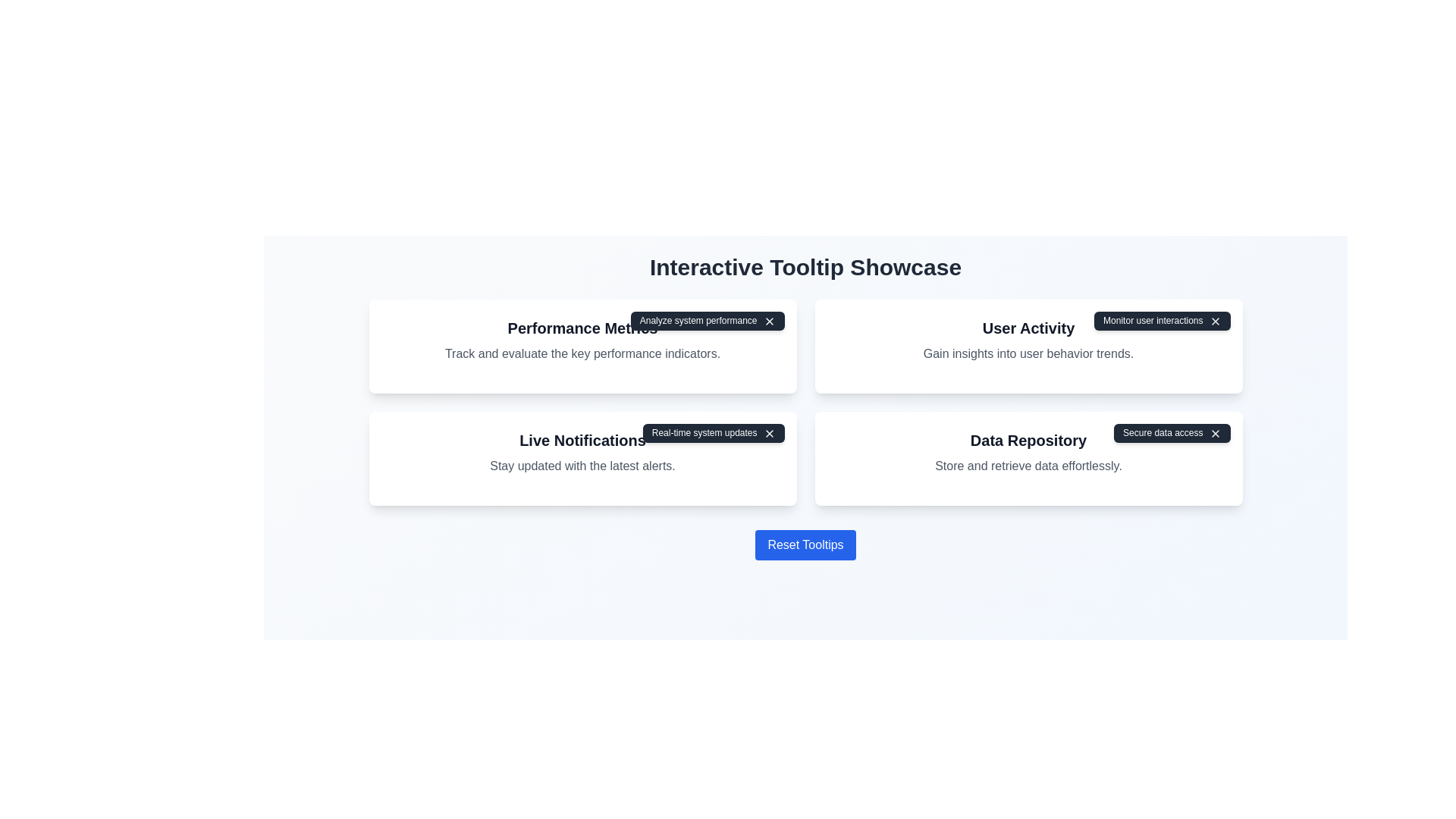 This screenshot has width=1456, height=819. What do you see at coordinates (1215, 320) in the screenshot?
I see `the Close button (X icon) located in the top-right part of the badge labeled 'Monitor user interactions'` at bounding box center [1215, 320].